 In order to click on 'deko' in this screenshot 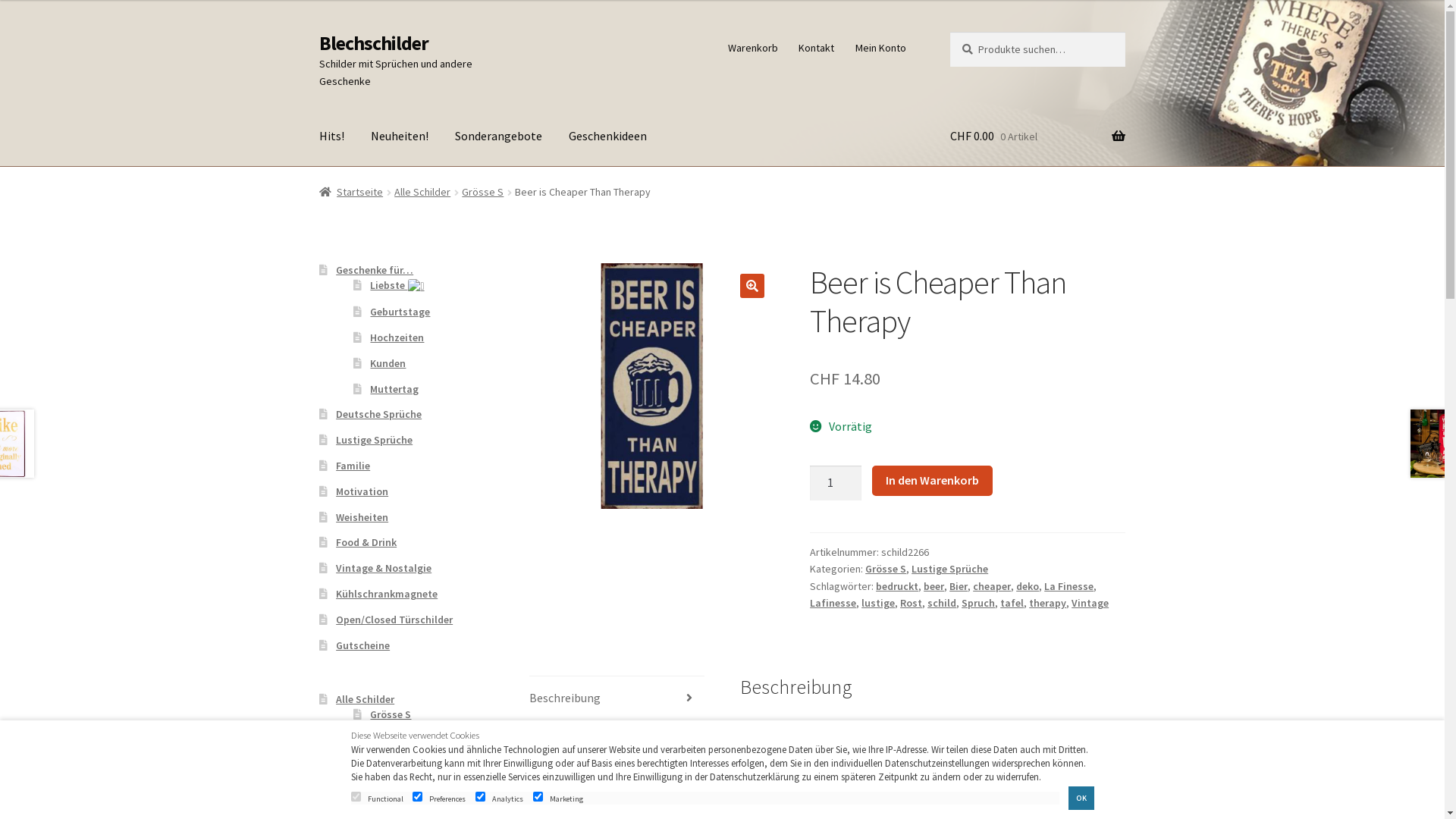, I will do `click(1027, 585)`.